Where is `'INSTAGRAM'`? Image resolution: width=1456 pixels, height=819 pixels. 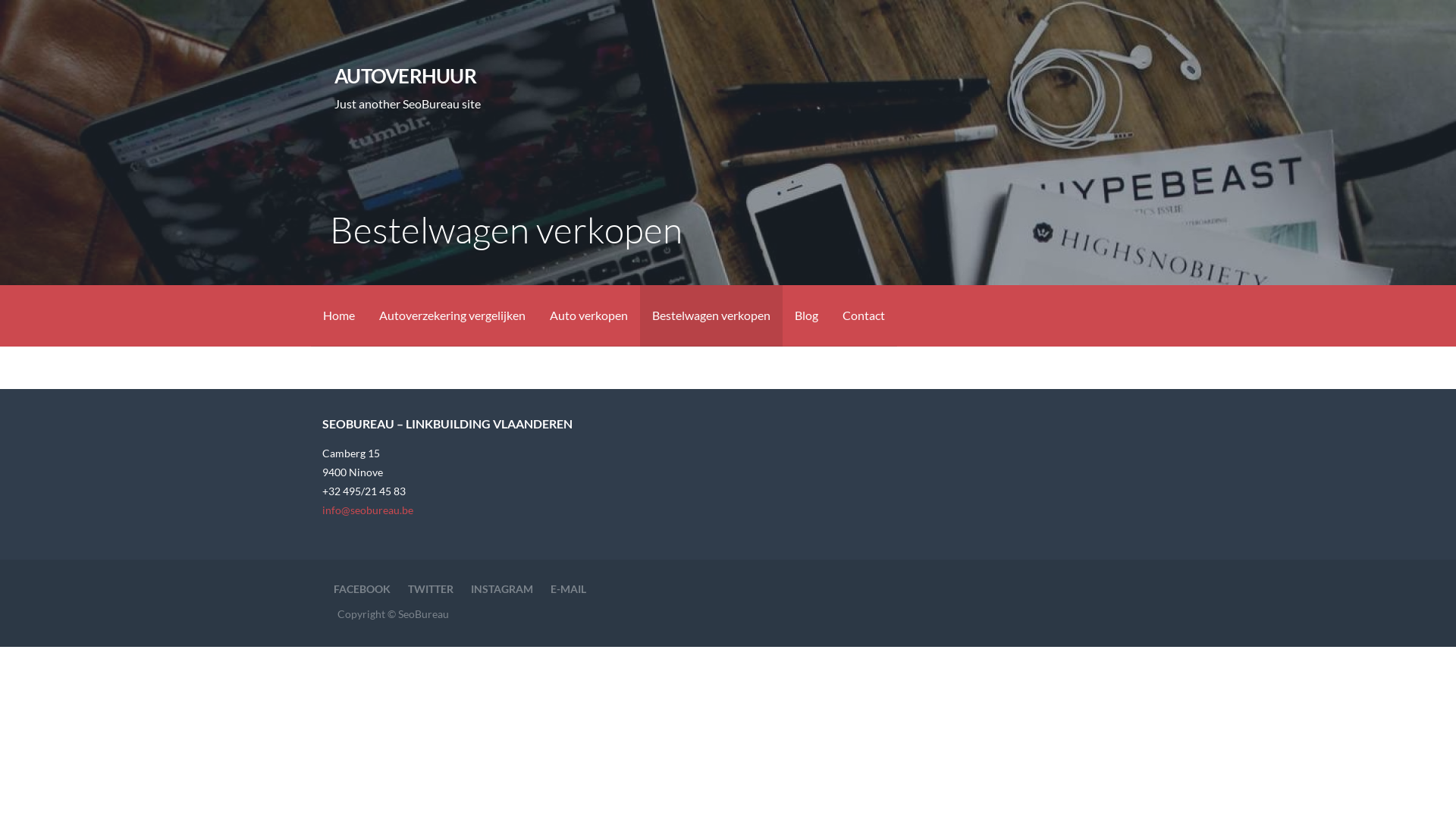 'INSTAGRAM' is located at coordinates (469, 588).